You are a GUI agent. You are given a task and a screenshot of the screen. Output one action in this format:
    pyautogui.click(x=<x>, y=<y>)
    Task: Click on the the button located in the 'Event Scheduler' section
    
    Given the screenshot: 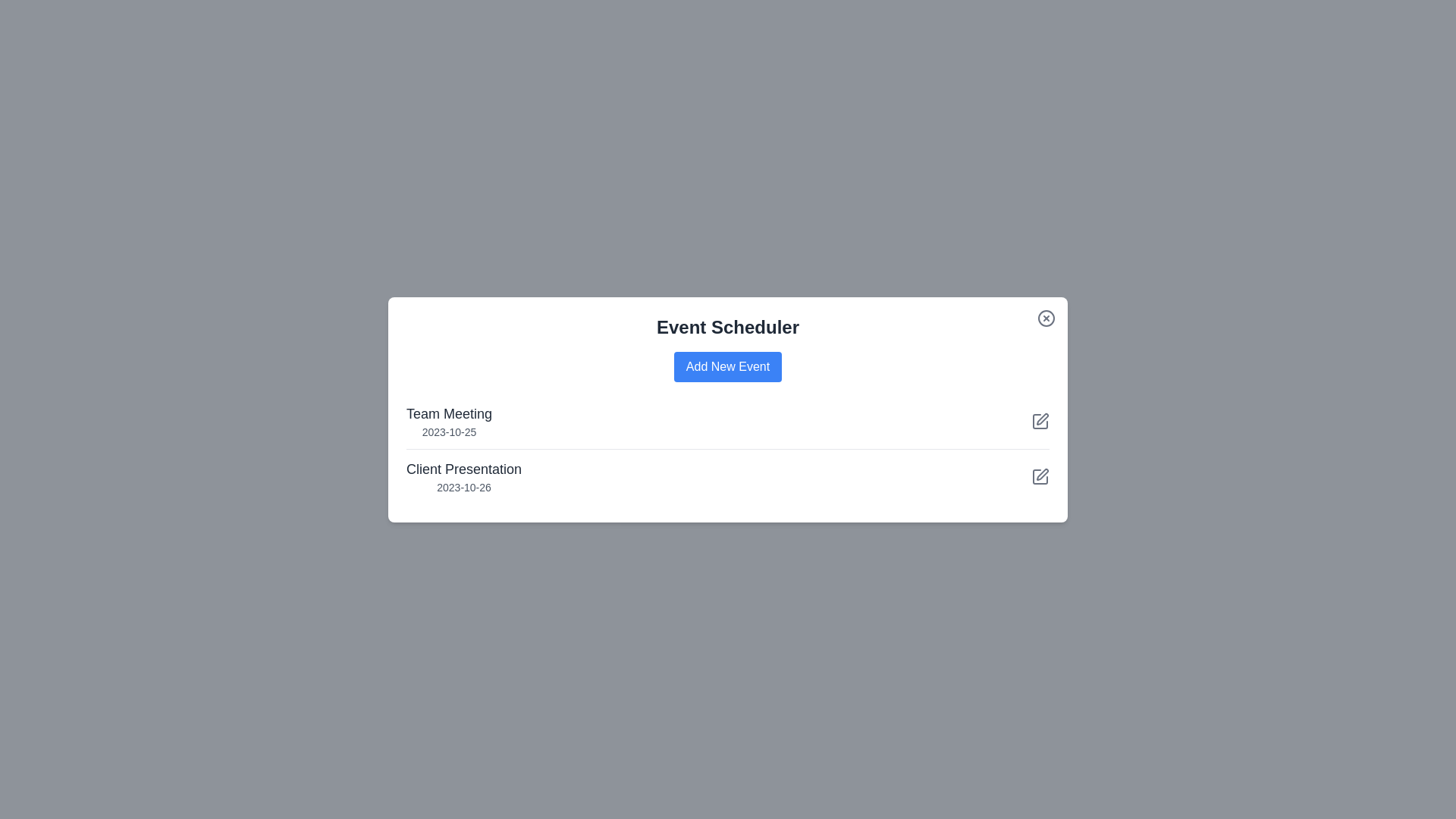 What is the action you would take?
    pyautogui.click(x=728, y=366)
    